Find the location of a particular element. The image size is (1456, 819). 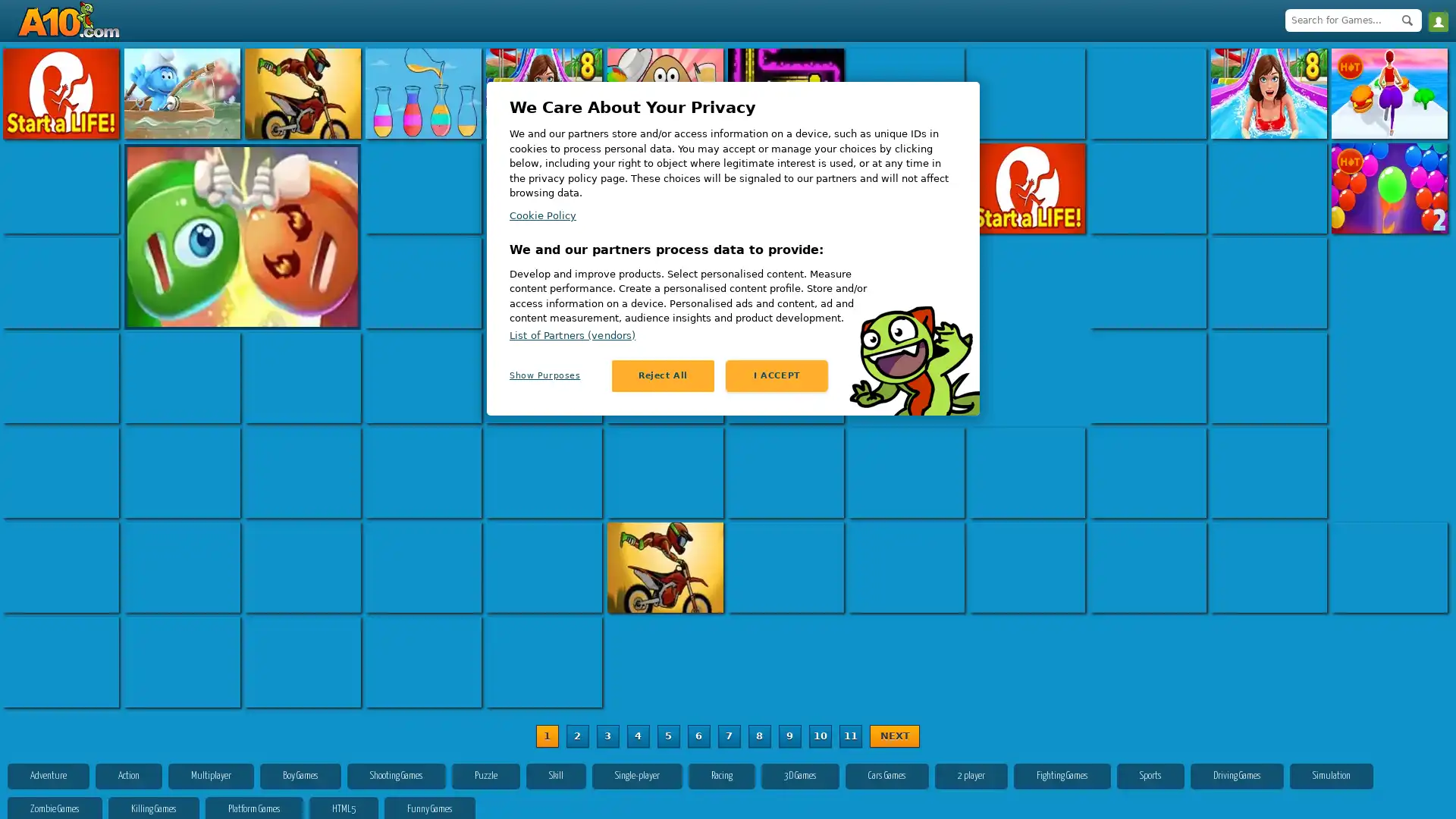

I ACCEPT is located at coordinates (777, 375).